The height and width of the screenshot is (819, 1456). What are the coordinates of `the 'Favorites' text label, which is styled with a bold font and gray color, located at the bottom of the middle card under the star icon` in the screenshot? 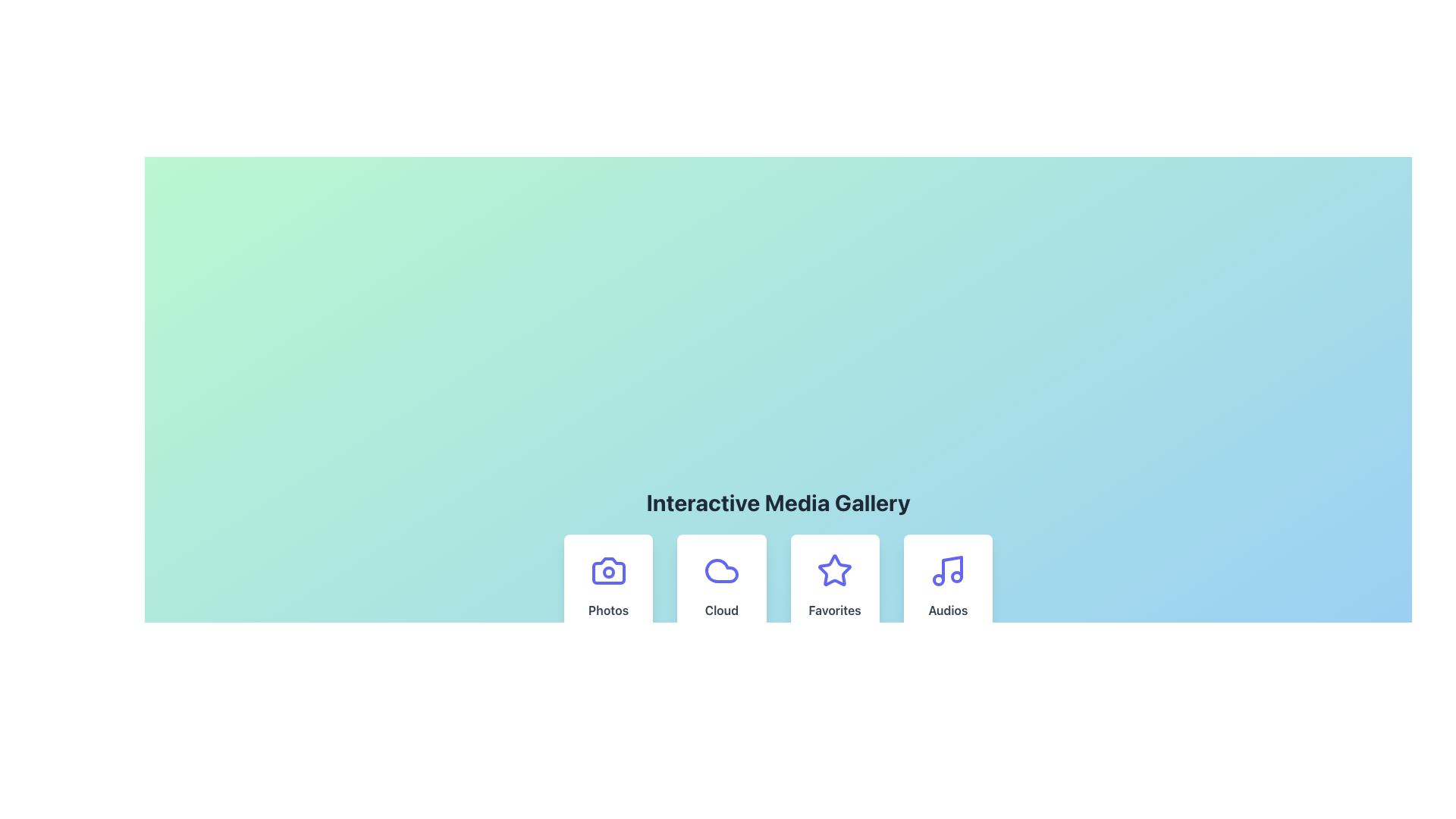 It's located at (834, 610).